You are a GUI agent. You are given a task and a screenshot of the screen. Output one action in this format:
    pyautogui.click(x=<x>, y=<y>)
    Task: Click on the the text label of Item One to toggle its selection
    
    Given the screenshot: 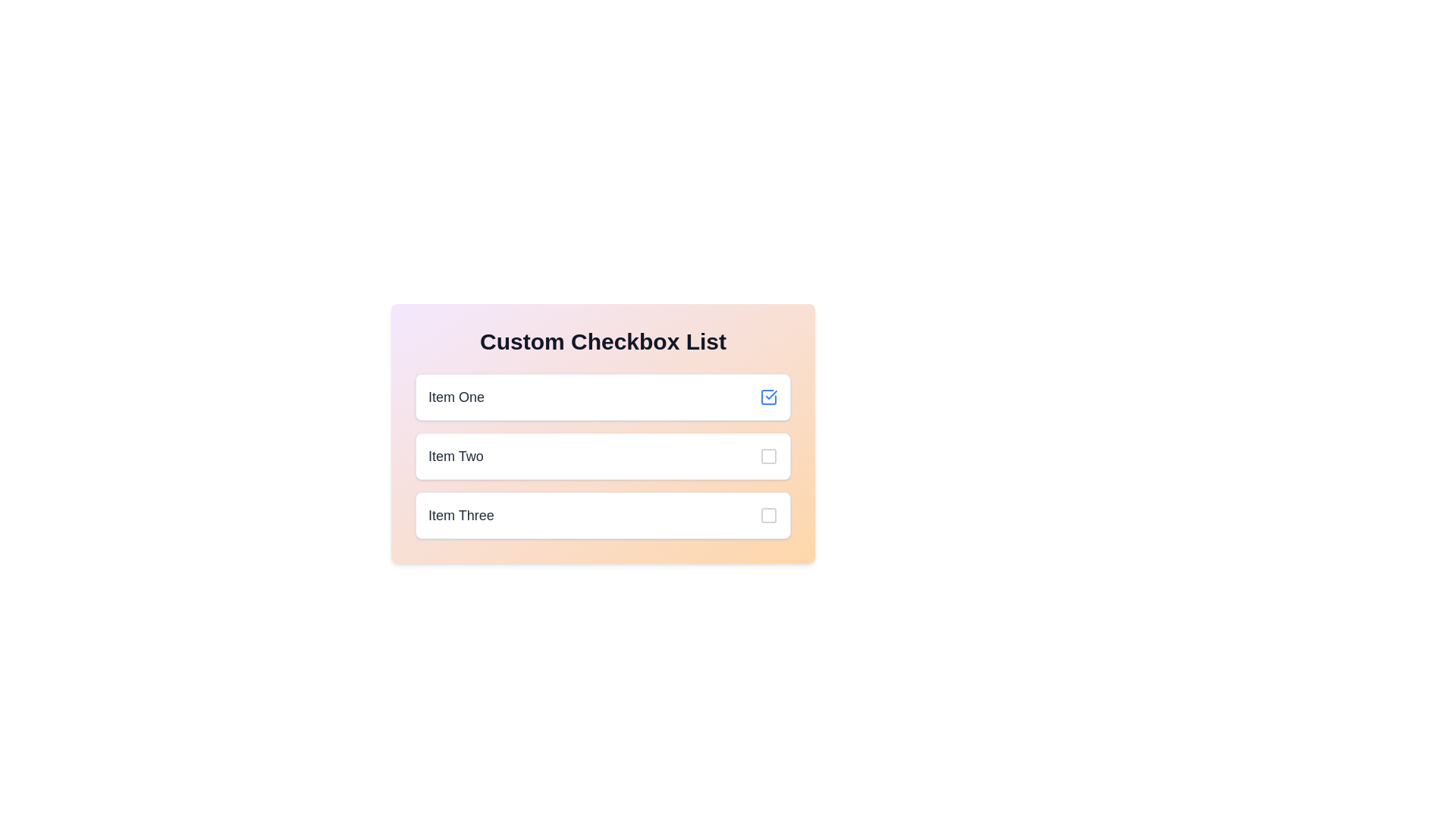 What is the action you would take?
    pyautogui.click(x=455, y=397)
    